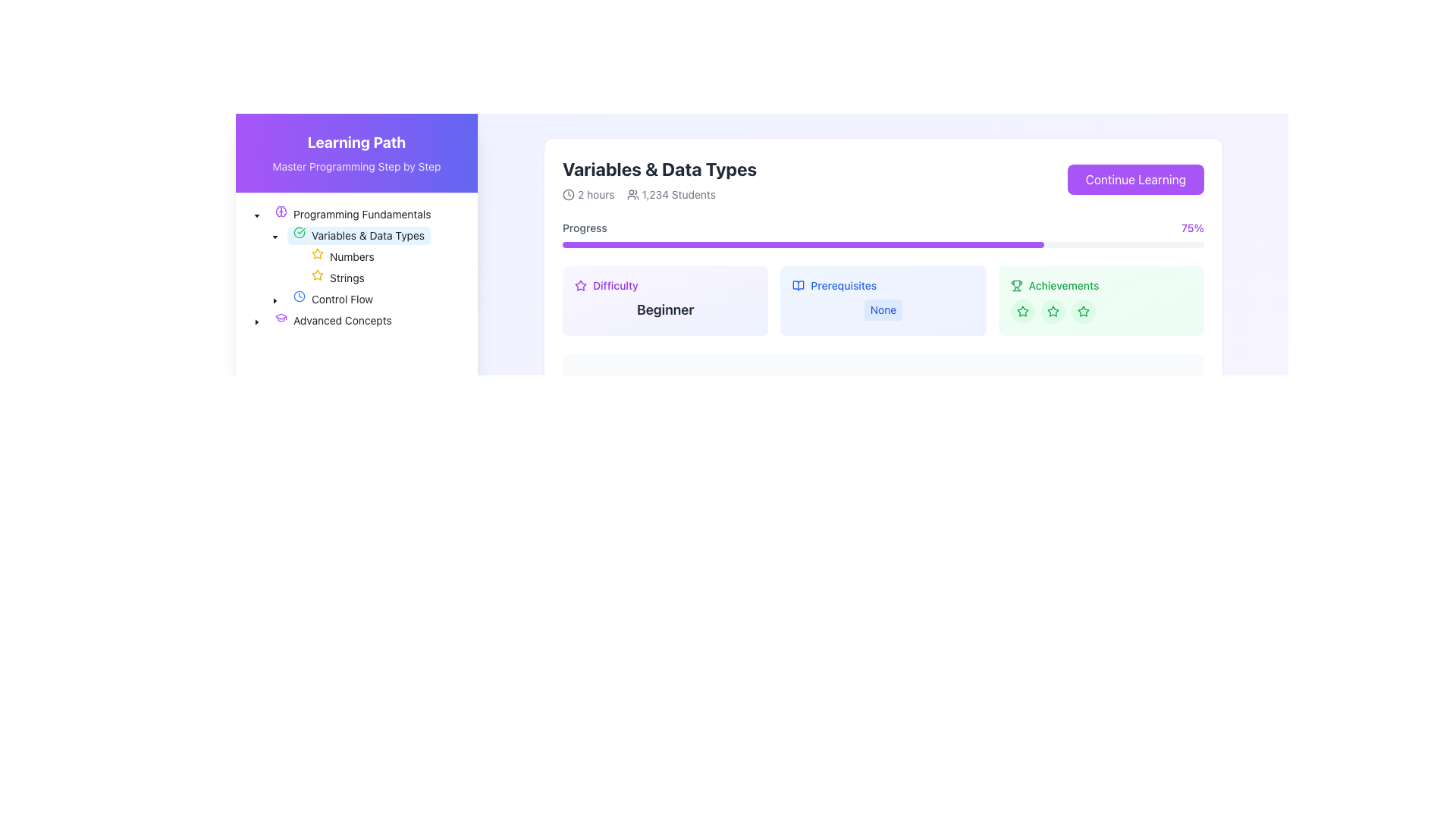 The width and height of the screenshot is (1456, 819). Describe the element at coordinates (1022, 310) in the screenshot. I see `the second star-shaped icon in the Achievements section` at that location.